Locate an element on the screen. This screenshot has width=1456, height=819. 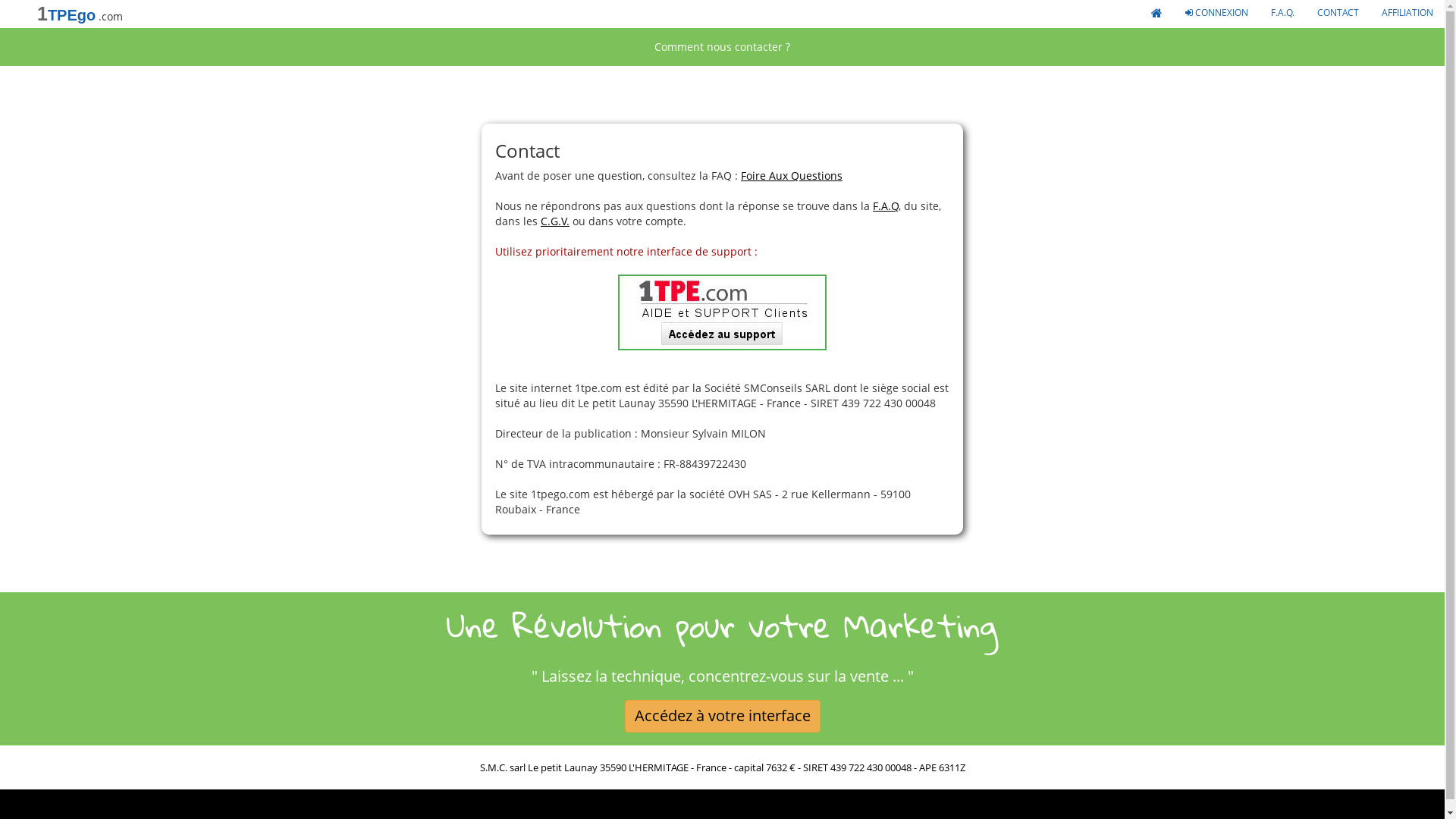
'CONNEXION' is located at coordinates (1173, 11).